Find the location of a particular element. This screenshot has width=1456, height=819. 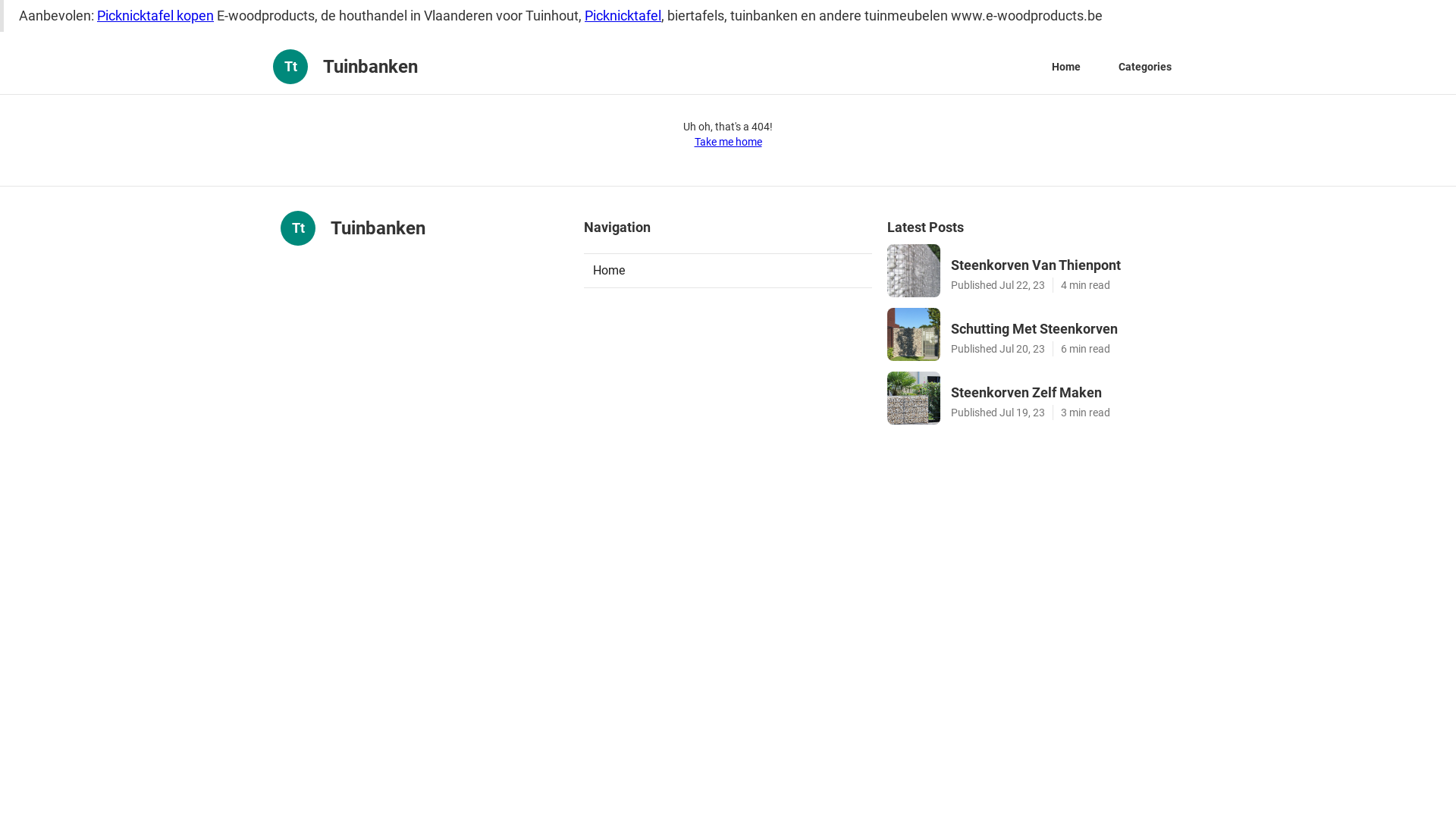

'Take me home' is located at coordinates (728, 141).